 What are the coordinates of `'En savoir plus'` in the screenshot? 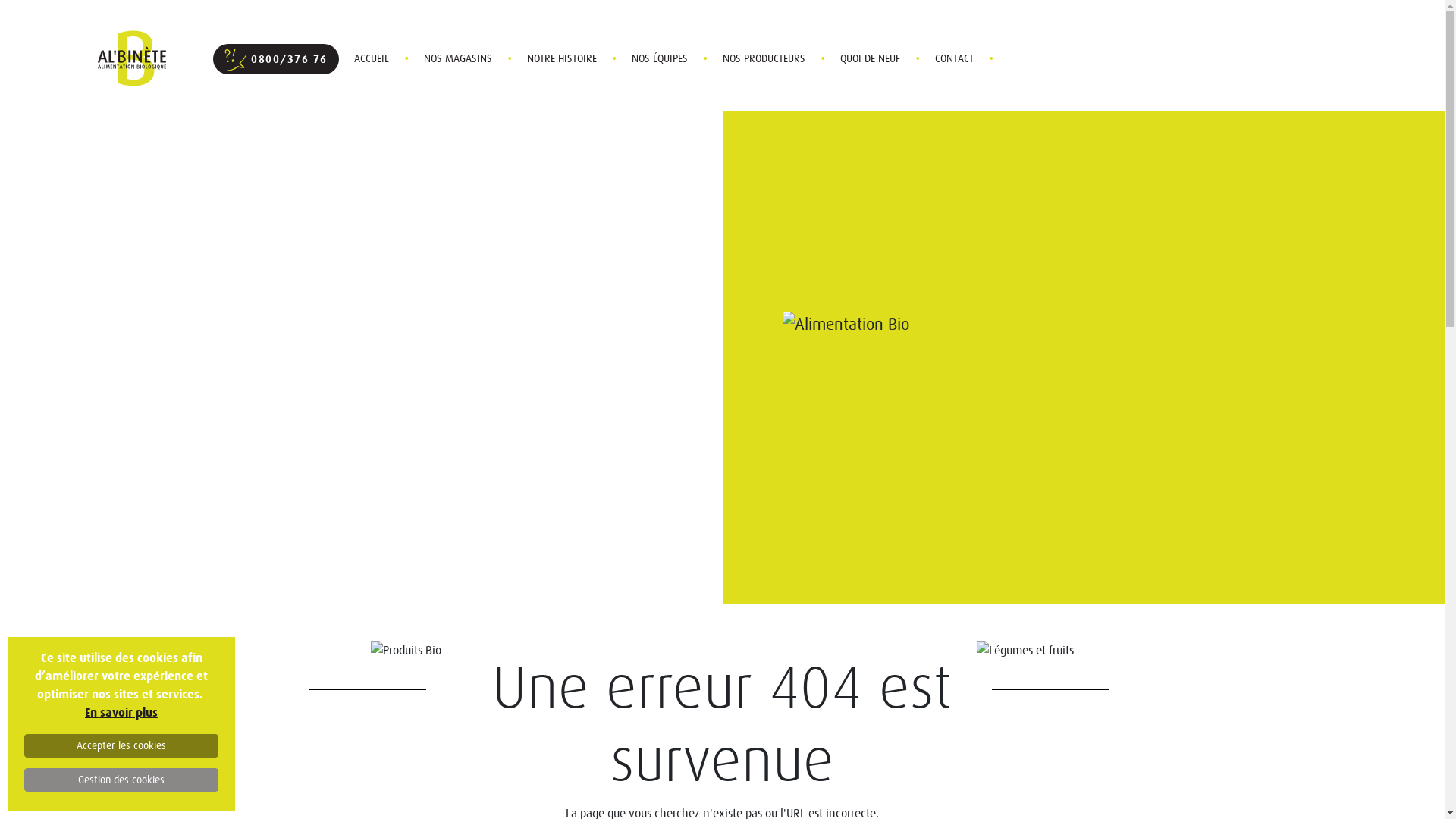 It's located at (120, 712).